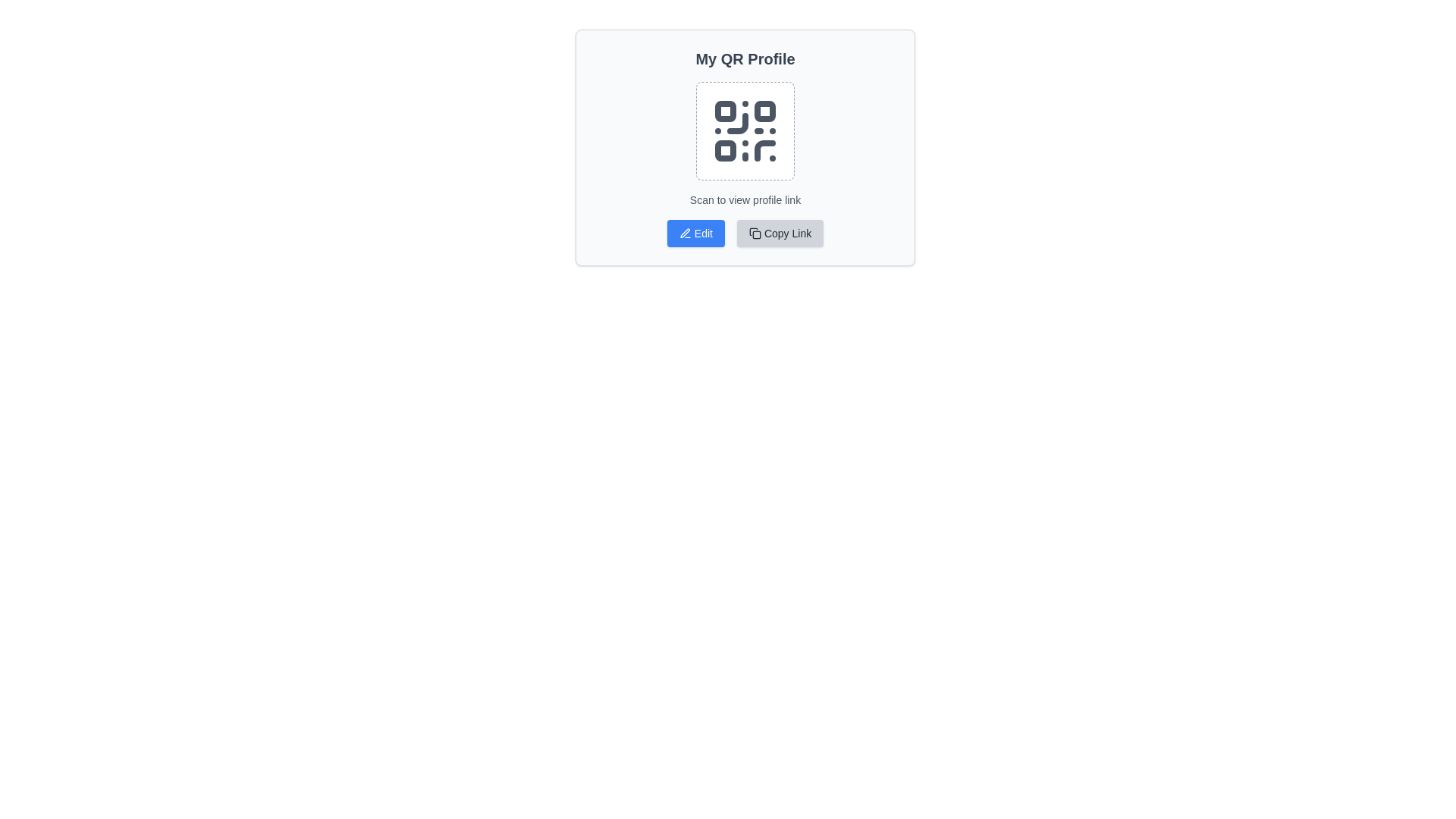  I want to click on the third square in the QR code graphic, located at the bottom-left corner relative to the central area of the QR code, so click(724, 151).